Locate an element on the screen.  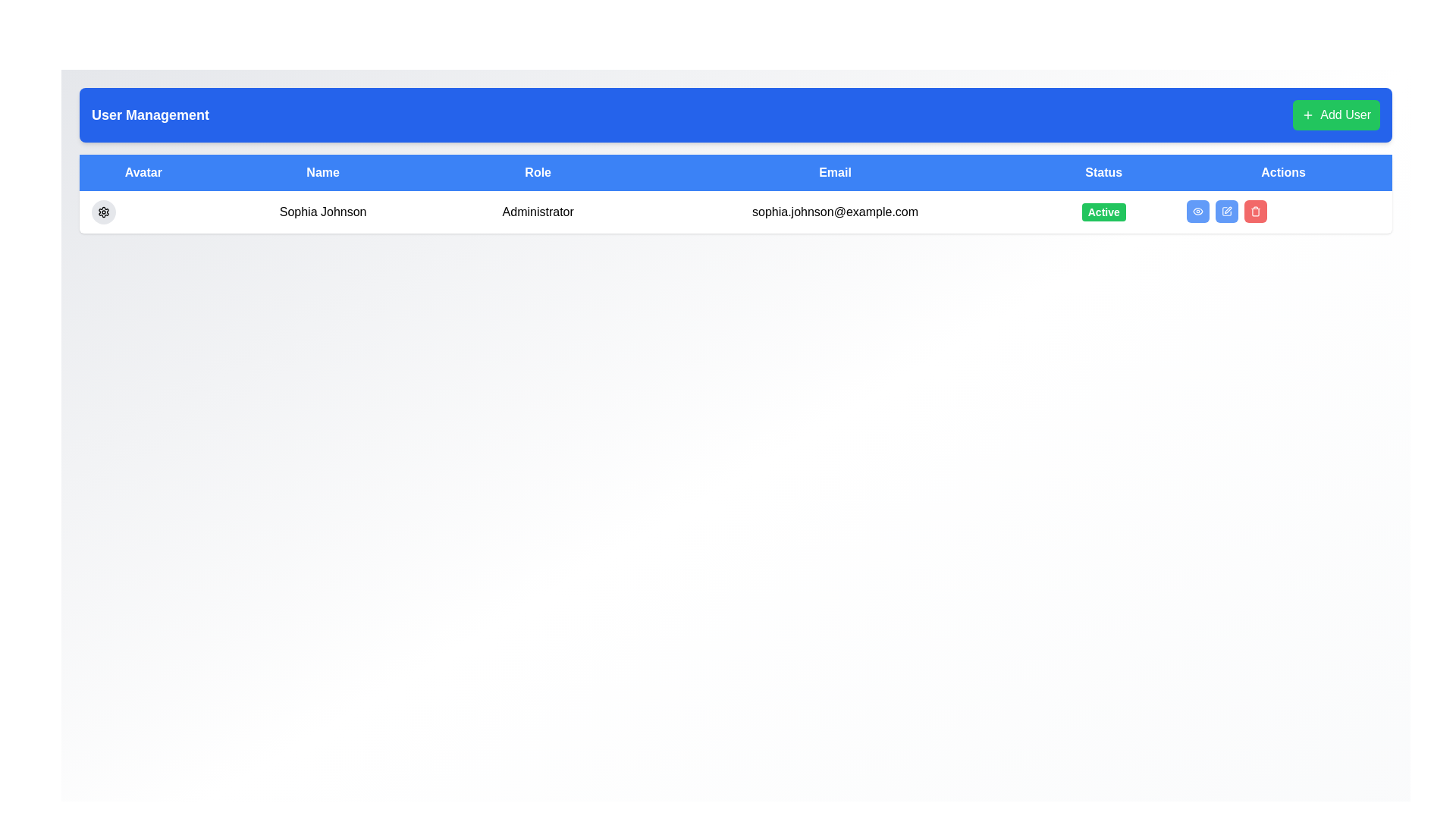
the 'Email' label, which is displayed in white text on a blue background, located in the fourth column of the header row of a table-like structure is located at coordinates (834, 171).